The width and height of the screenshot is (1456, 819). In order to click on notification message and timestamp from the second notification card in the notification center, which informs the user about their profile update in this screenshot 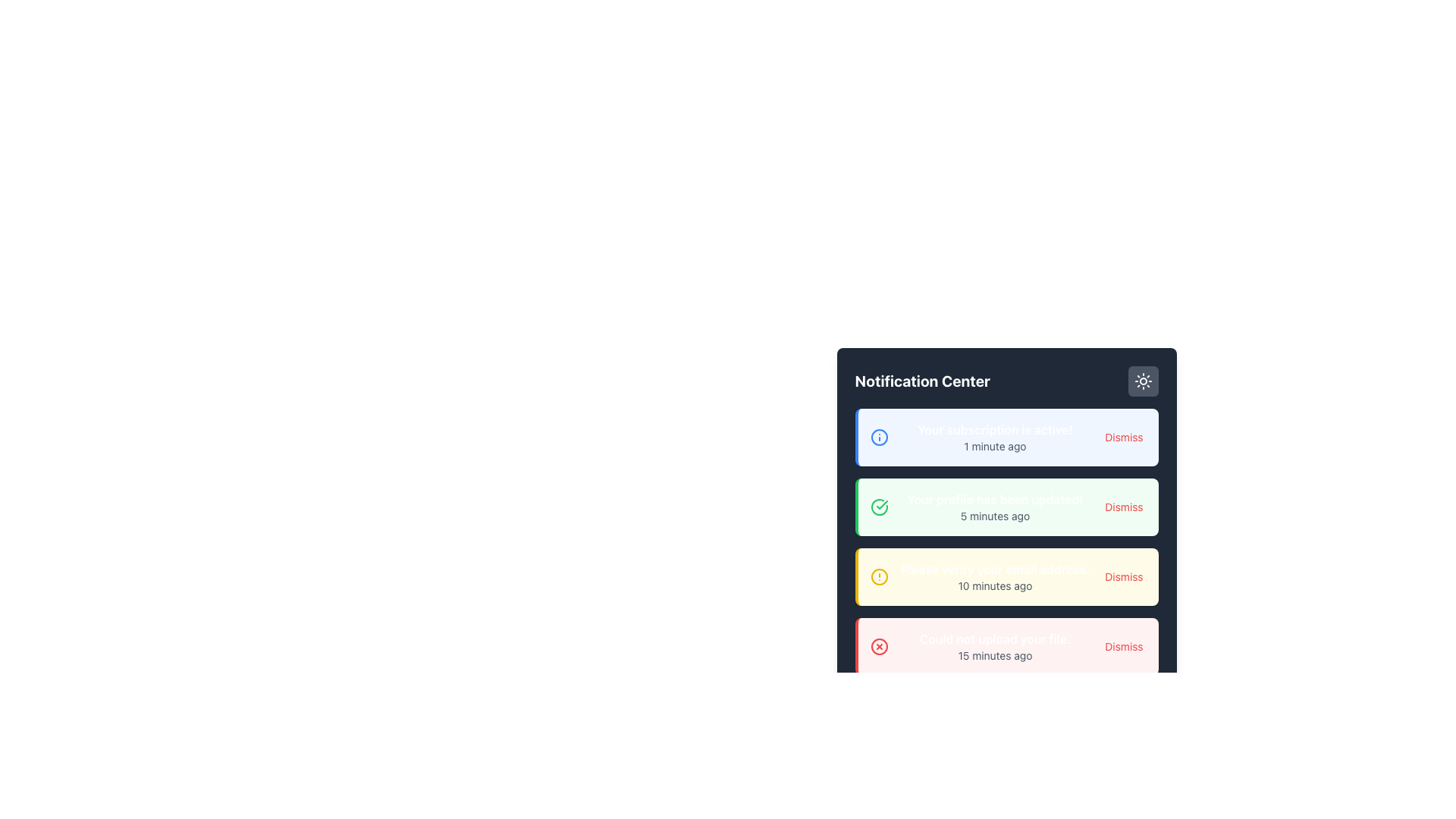, I will do `click(1006, 507)`.